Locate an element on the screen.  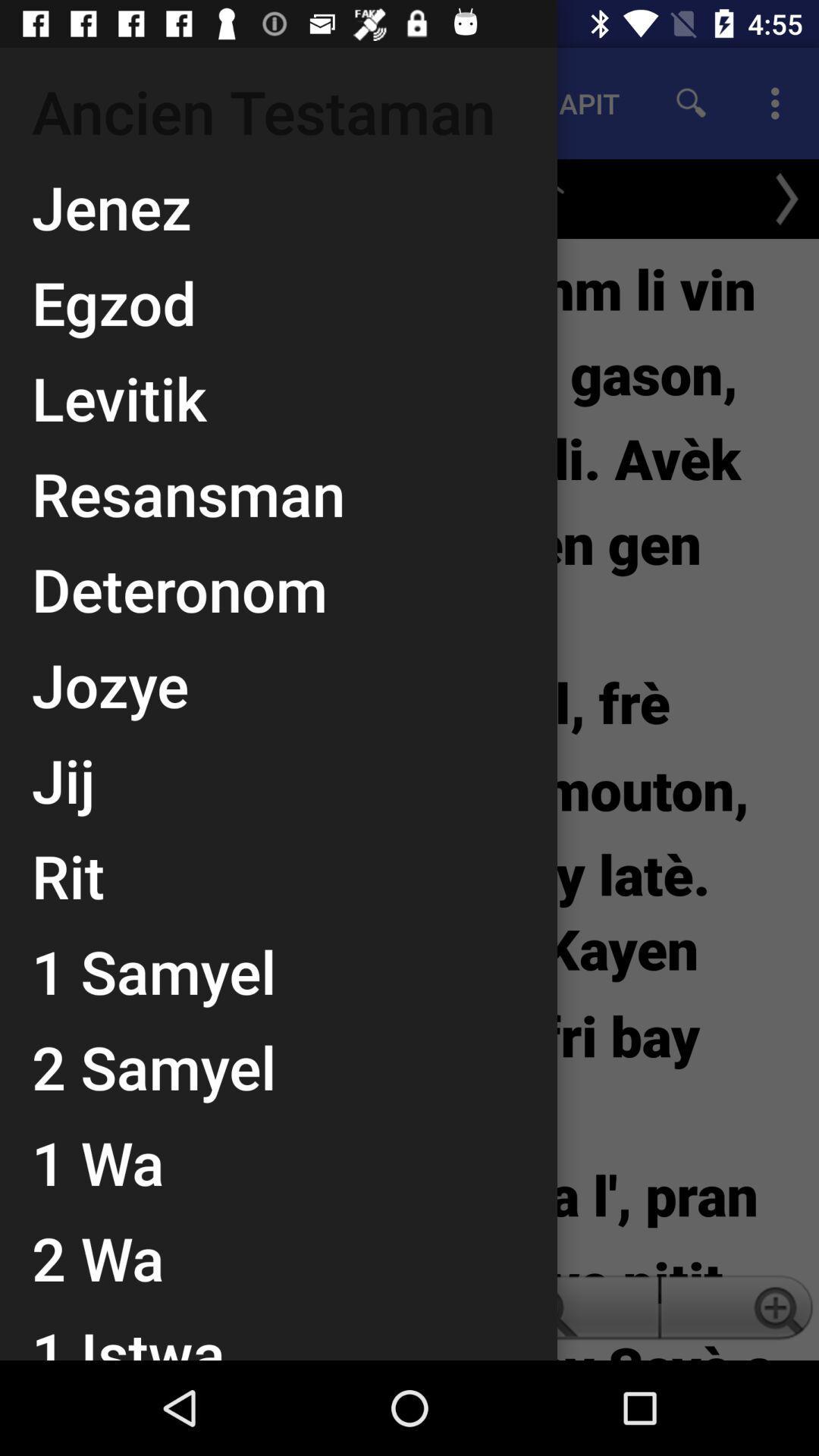
the next option on the top right corner is located at coordinates (786, 198).